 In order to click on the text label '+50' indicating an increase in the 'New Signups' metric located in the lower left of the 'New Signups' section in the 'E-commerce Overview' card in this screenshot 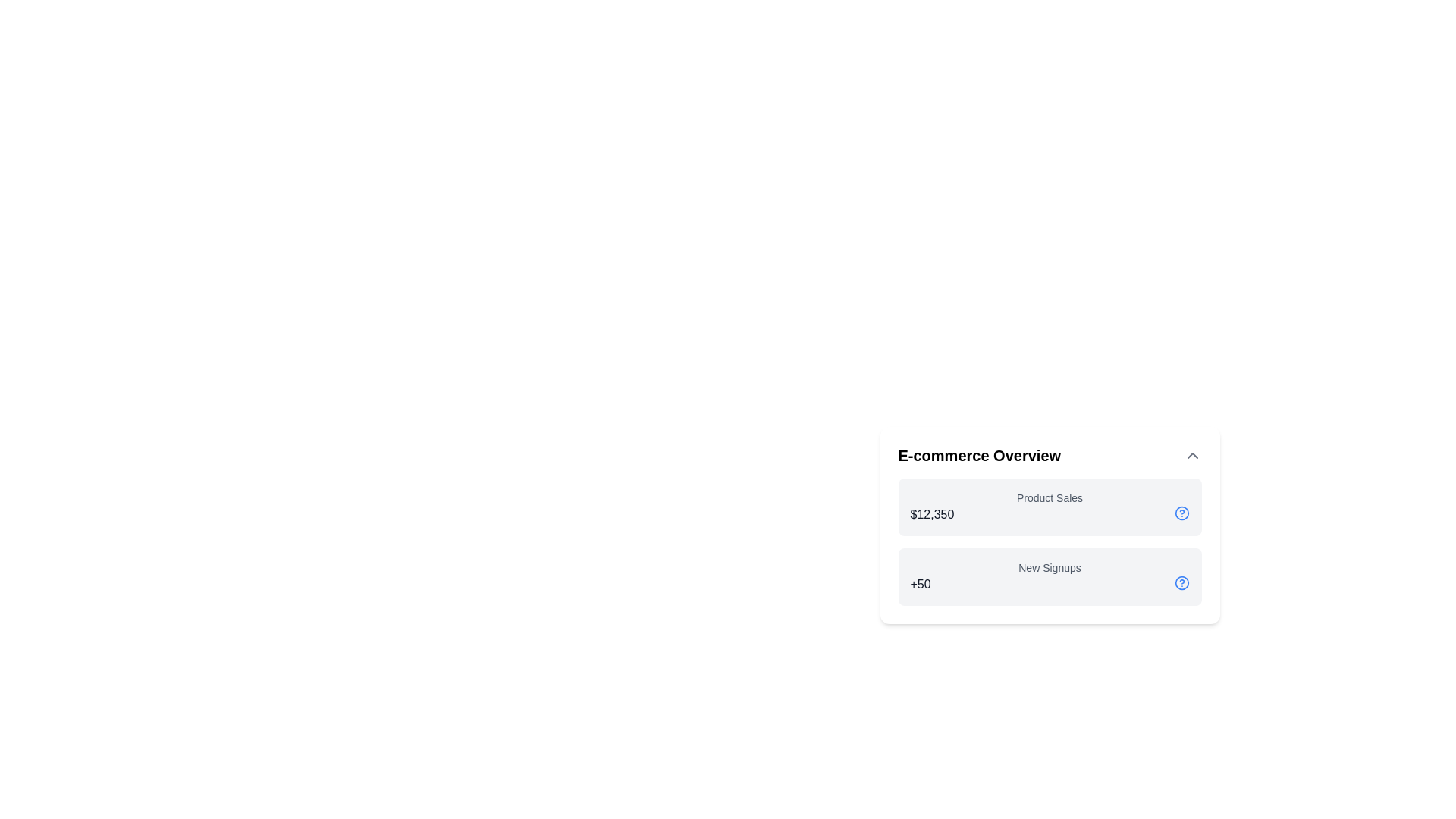, I will do `click(920, 584)`.